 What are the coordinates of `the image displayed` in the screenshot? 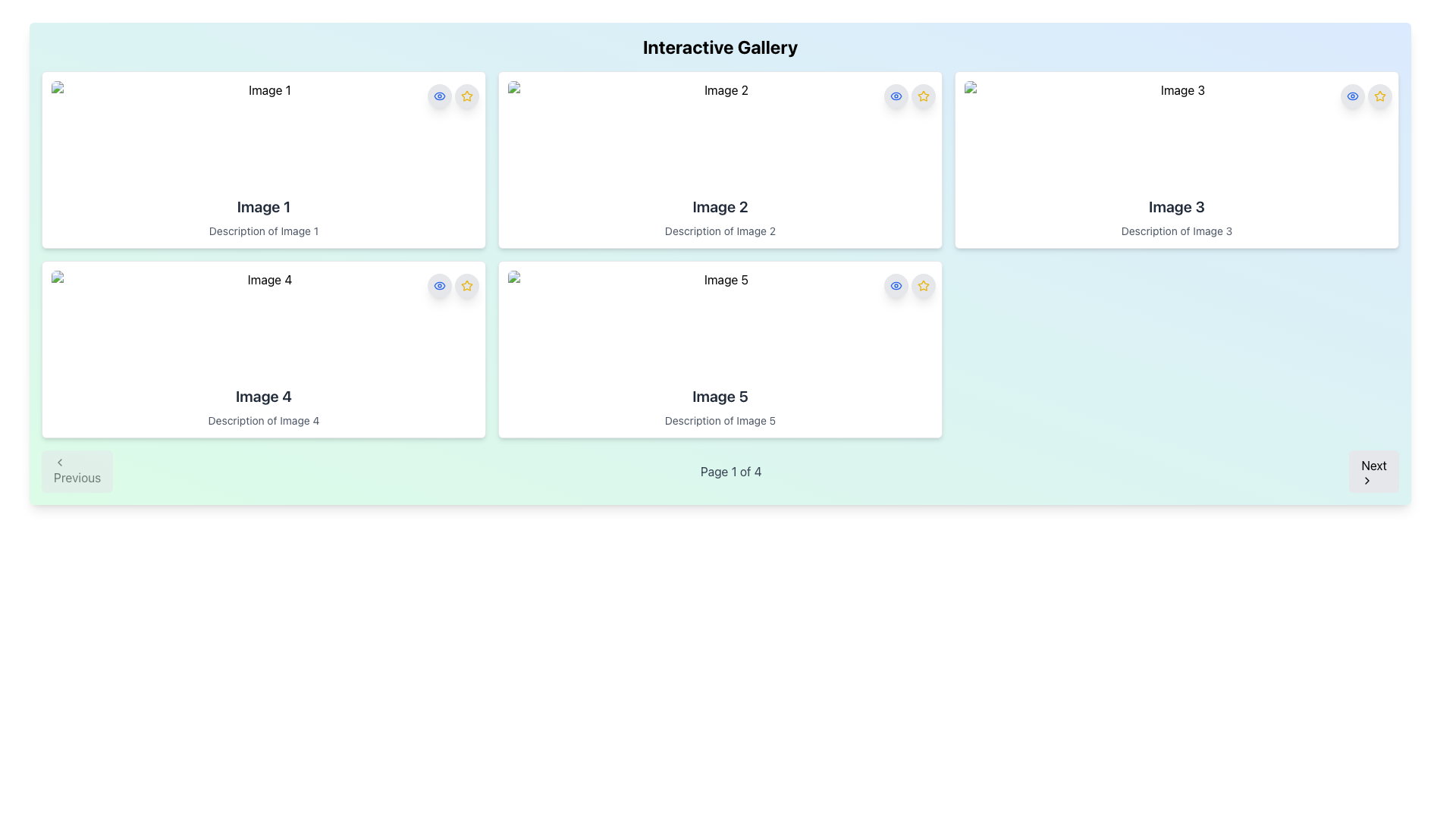 It's located at (720, 324).